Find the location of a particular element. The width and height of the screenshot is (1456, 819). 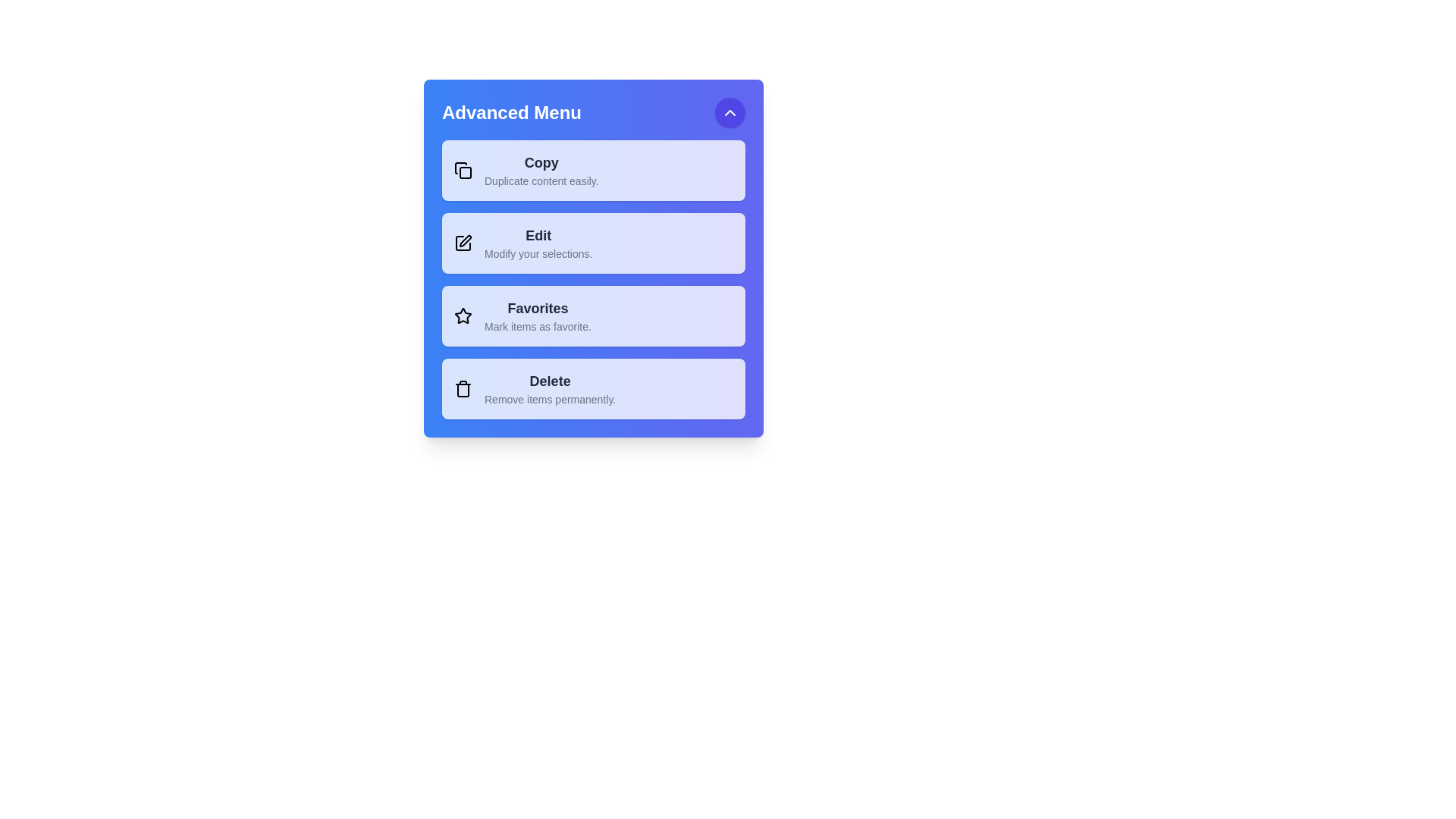

the menu item Copy from the AdvancedInteractiveMenu is located at coordinates (592, 170).